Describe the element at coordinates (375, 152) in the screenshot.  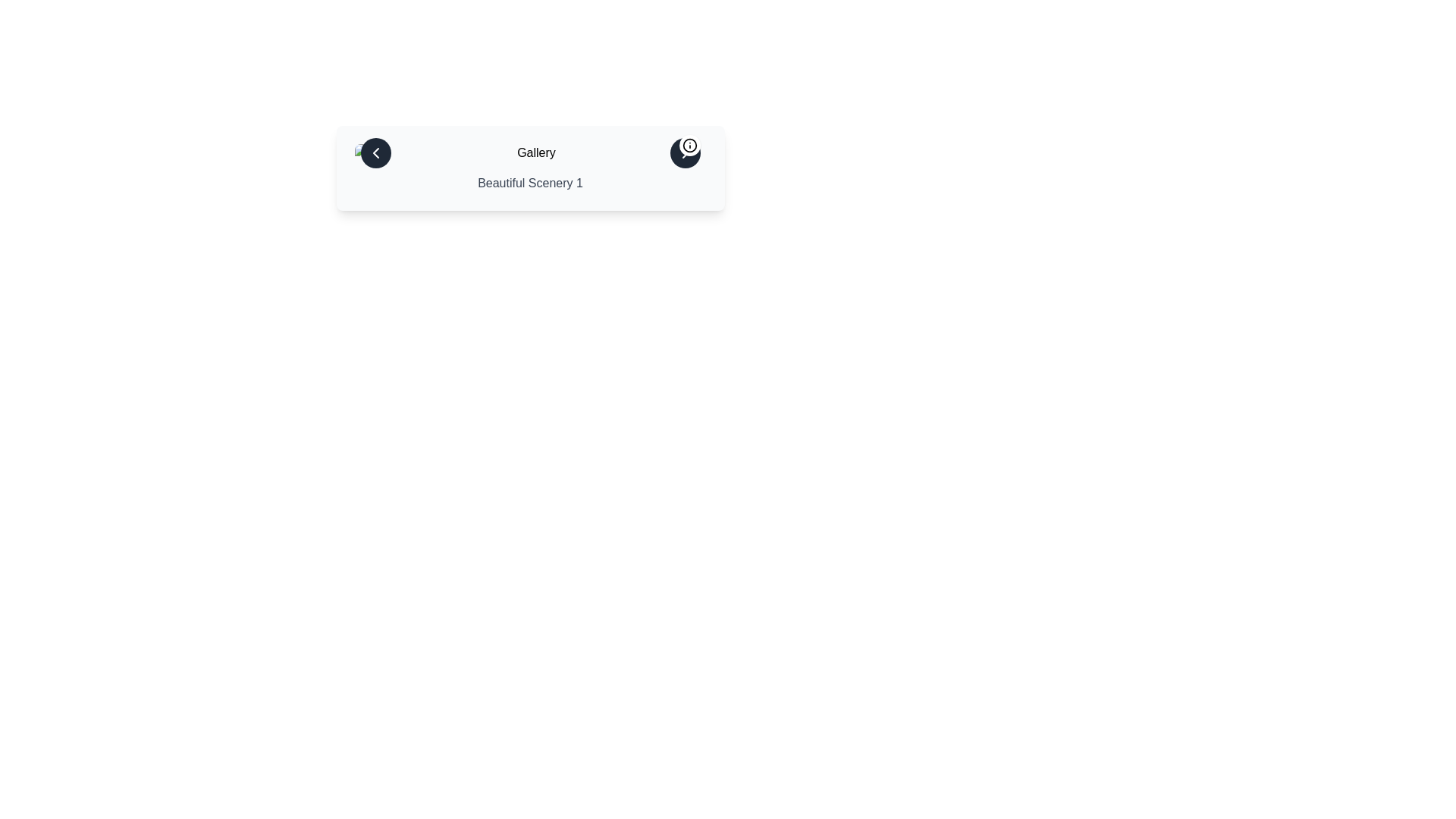
I see `the left backward navigation button in the gallery` at that location.